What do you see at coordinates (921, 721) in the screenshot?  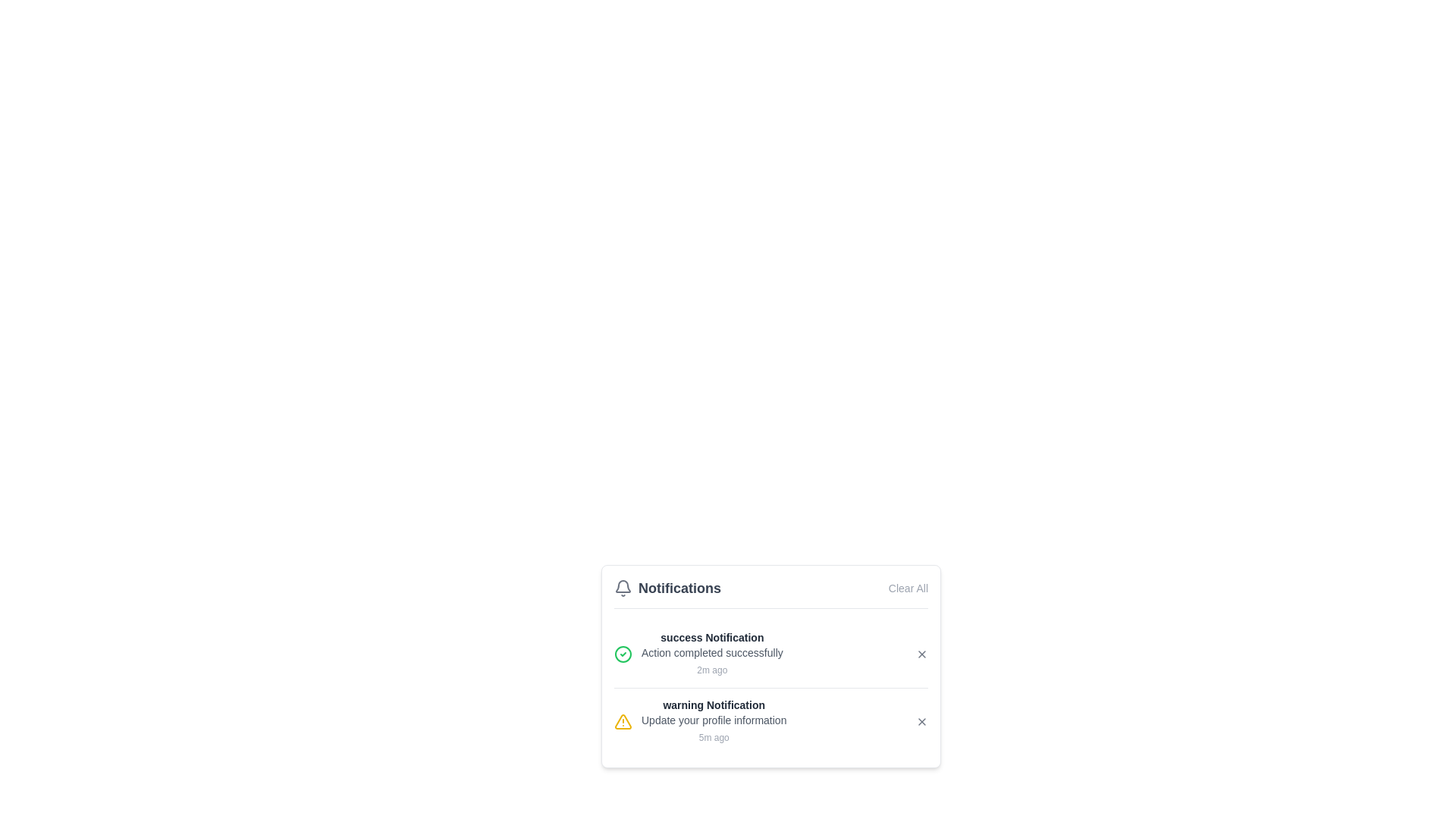 I see `the Close Button (Interactive Icon)` at bounding box center [921, 721].